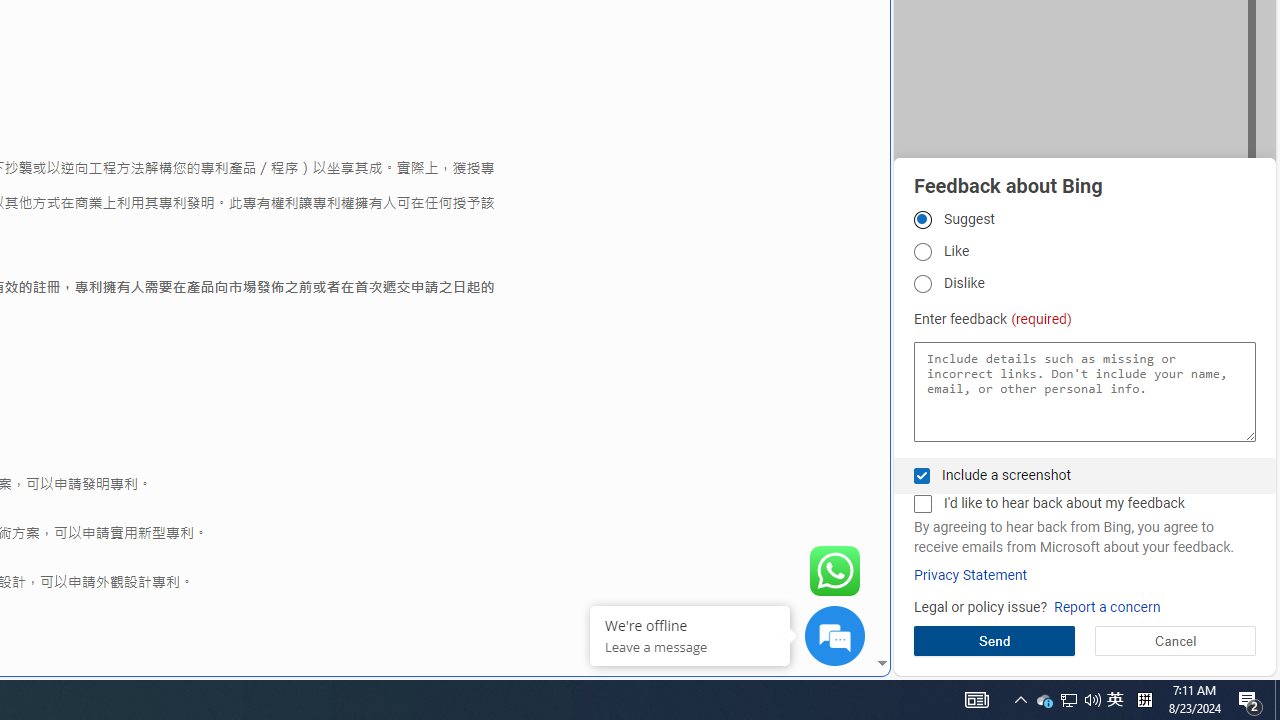 Image resolution: width=1280 pixels, height=720 pixels. Describe the element at coordinates (921, 502) in the screenshot. I see `'I'` at that location.